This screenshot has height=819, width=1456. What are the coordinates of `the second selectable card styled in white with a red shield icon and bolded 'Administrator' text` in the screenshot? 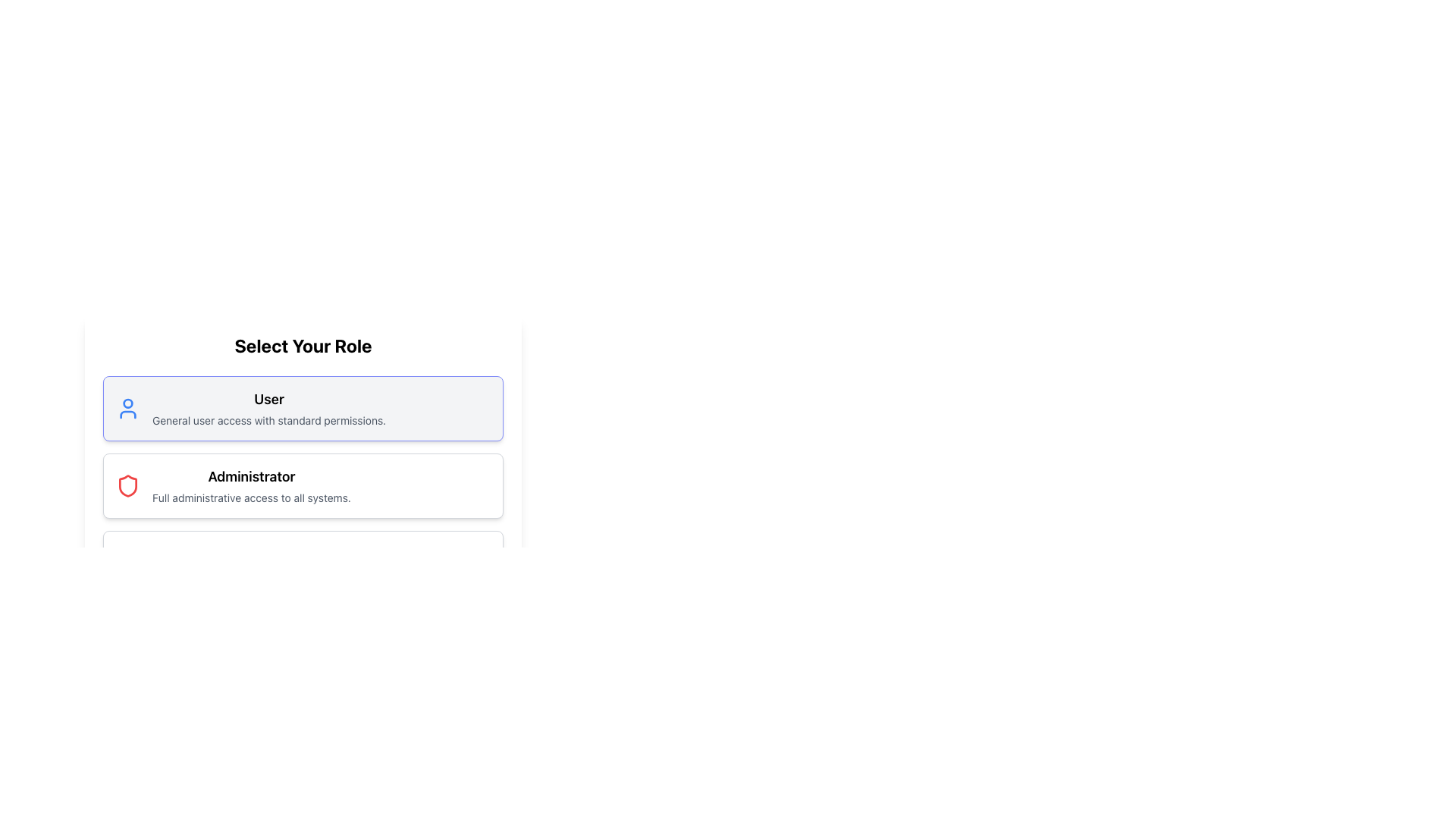 It's located at (303, 491).